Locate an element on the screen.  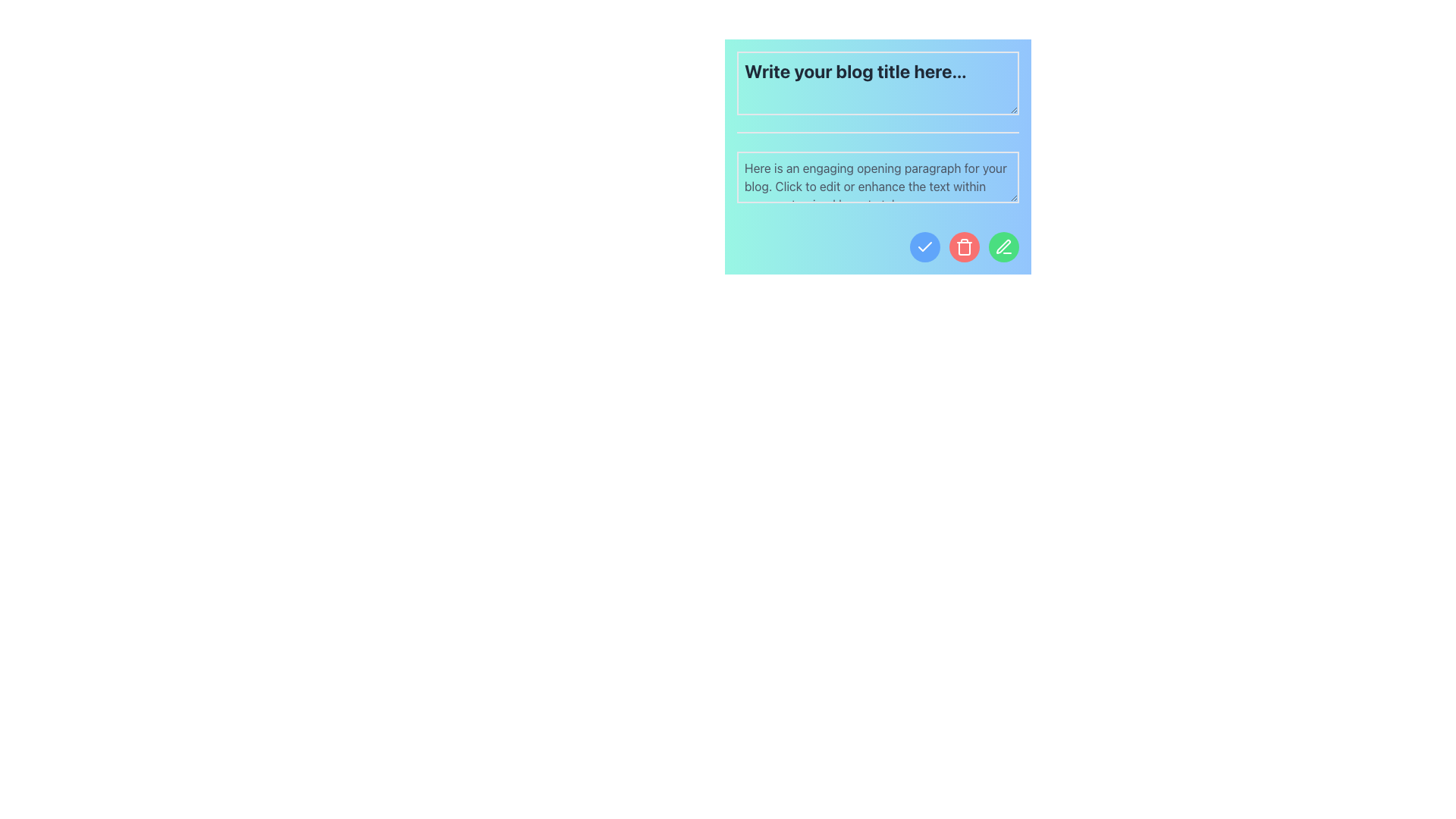
the trash can icon button, which is a minimalistic design displayed in white color against a circular red background is located at coordinates (964, 246).